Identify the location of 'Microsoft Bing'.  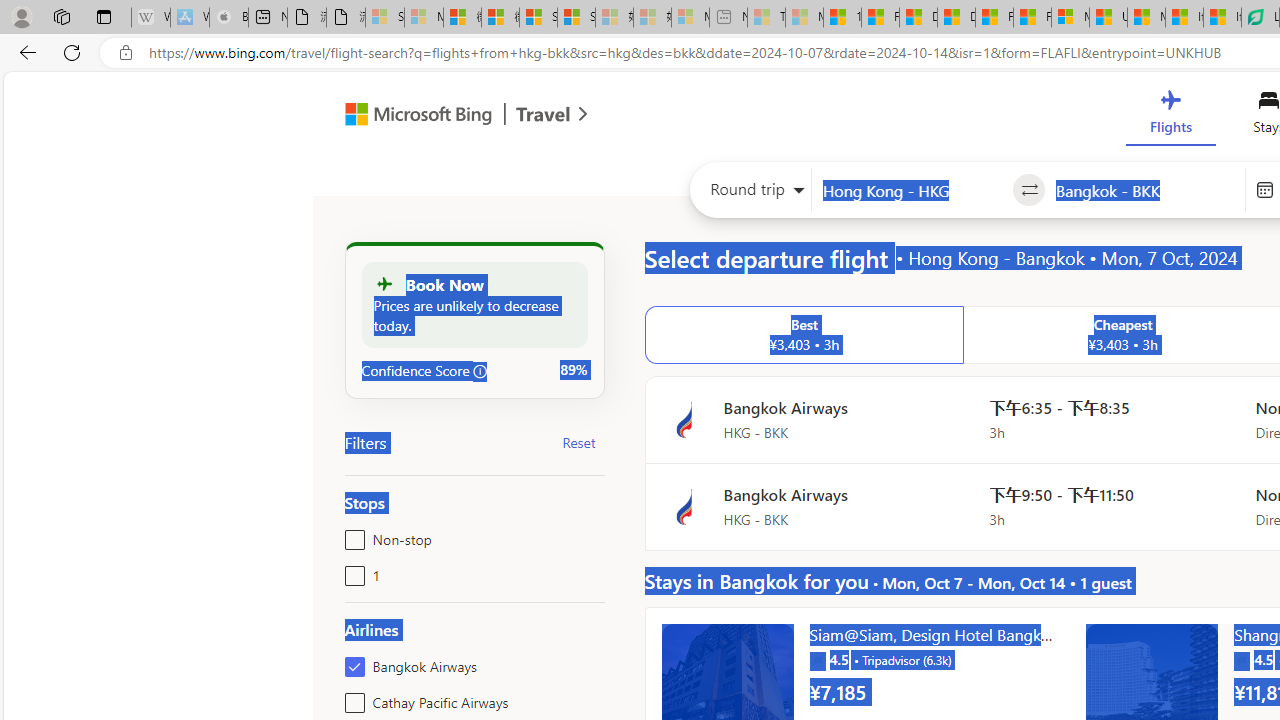
(409, 117).